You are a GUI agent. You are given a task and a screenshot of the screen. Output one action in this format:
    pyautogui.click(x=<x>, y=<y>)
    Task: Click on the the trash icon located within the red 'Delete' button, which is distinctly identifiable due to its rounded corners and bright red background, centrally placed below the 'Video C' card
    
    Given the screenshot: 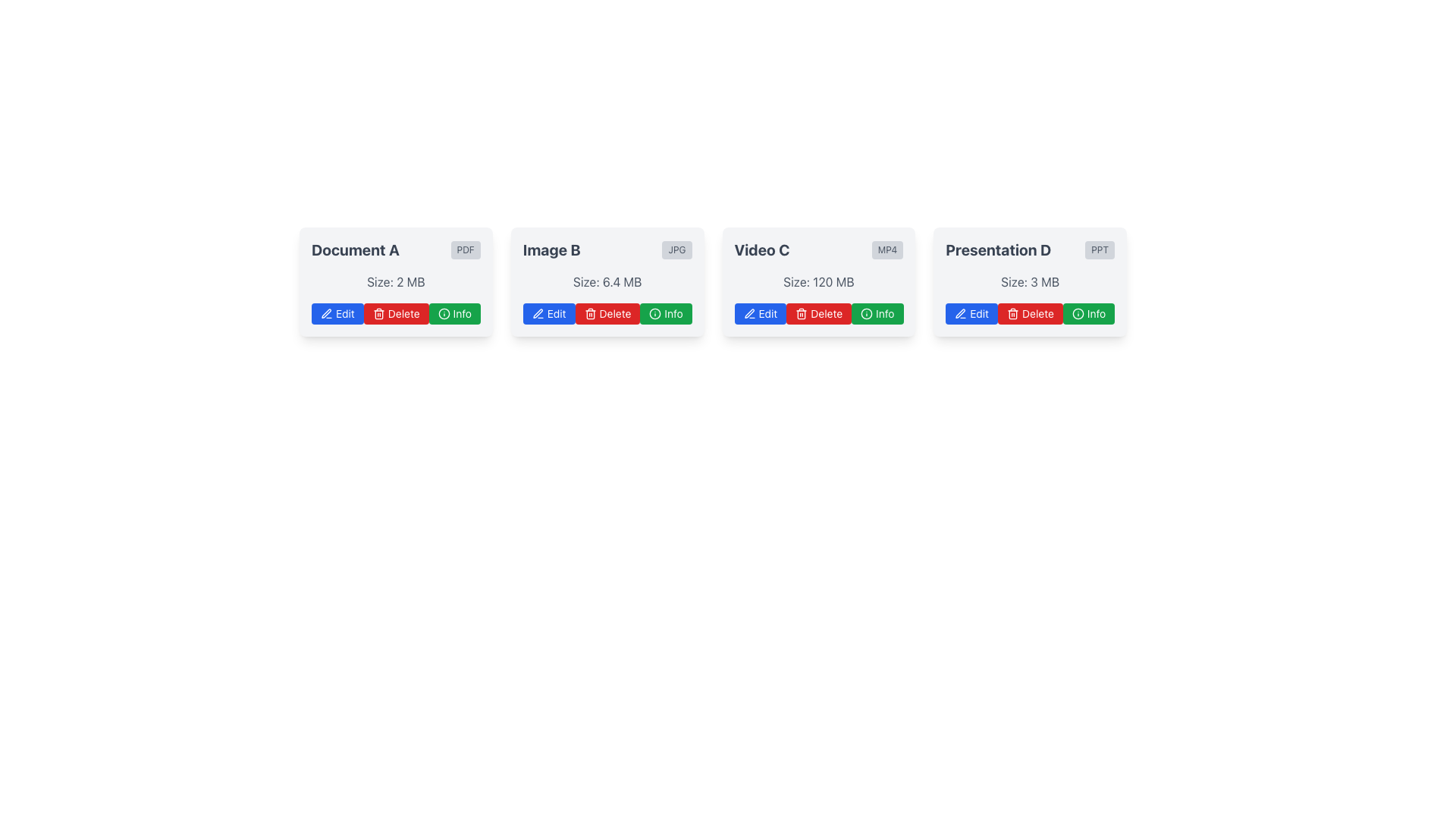 What is the action you would take?
    pyautogui.click(x=1013, y=312)
    